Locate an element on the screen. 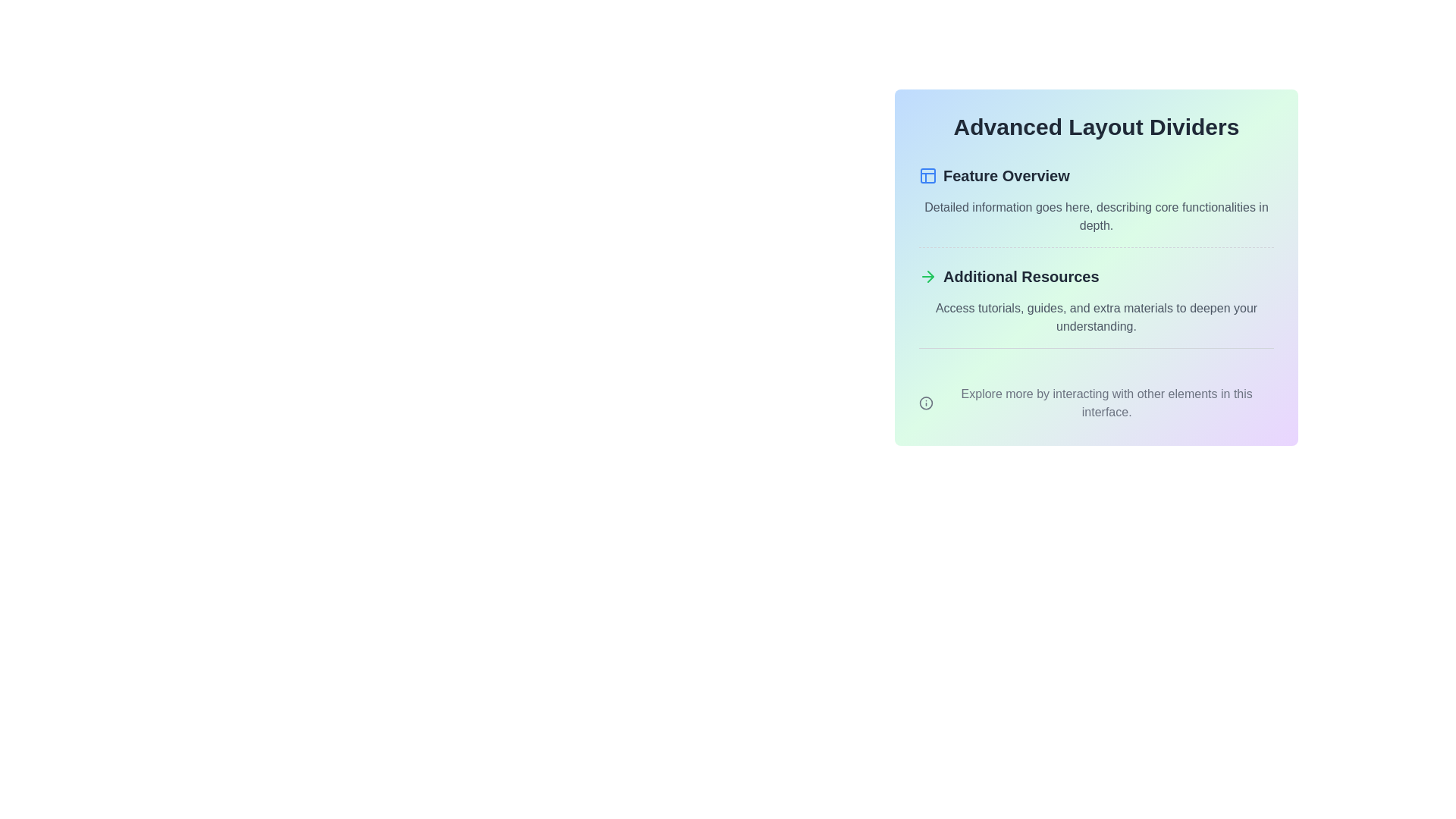 Image resolution: width=1456 pixels, height=819 pixels. the icon representing the 'Feature Overview' section, located to the left of the text caption within the 'Advanced Layout Dividers' card layout is located at coordinates (927, 174).